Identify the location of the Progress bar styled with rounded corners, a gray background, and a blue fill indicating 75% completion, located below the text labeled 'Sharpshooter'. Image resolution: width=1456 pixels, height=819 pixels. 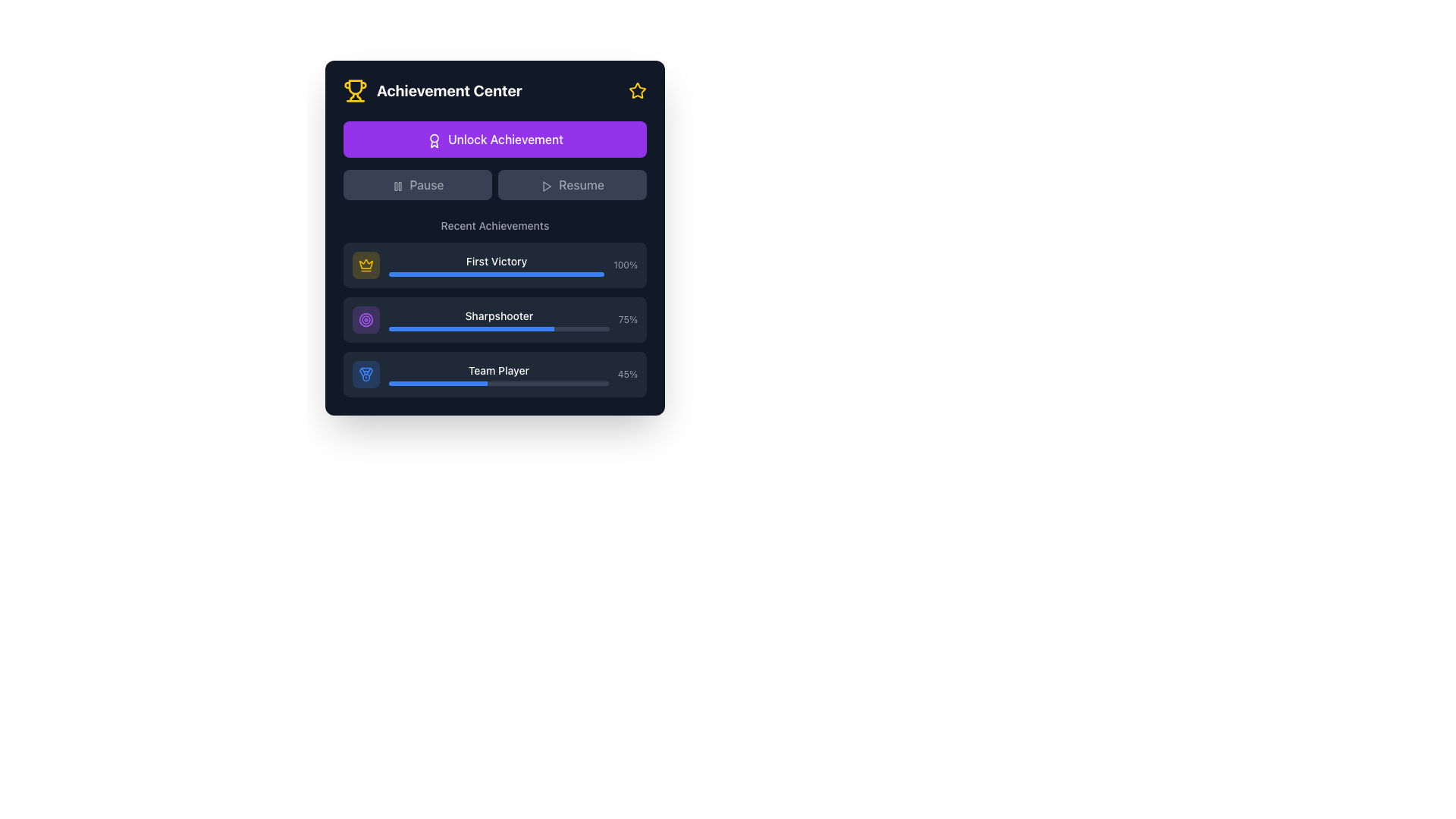
(499, 328).